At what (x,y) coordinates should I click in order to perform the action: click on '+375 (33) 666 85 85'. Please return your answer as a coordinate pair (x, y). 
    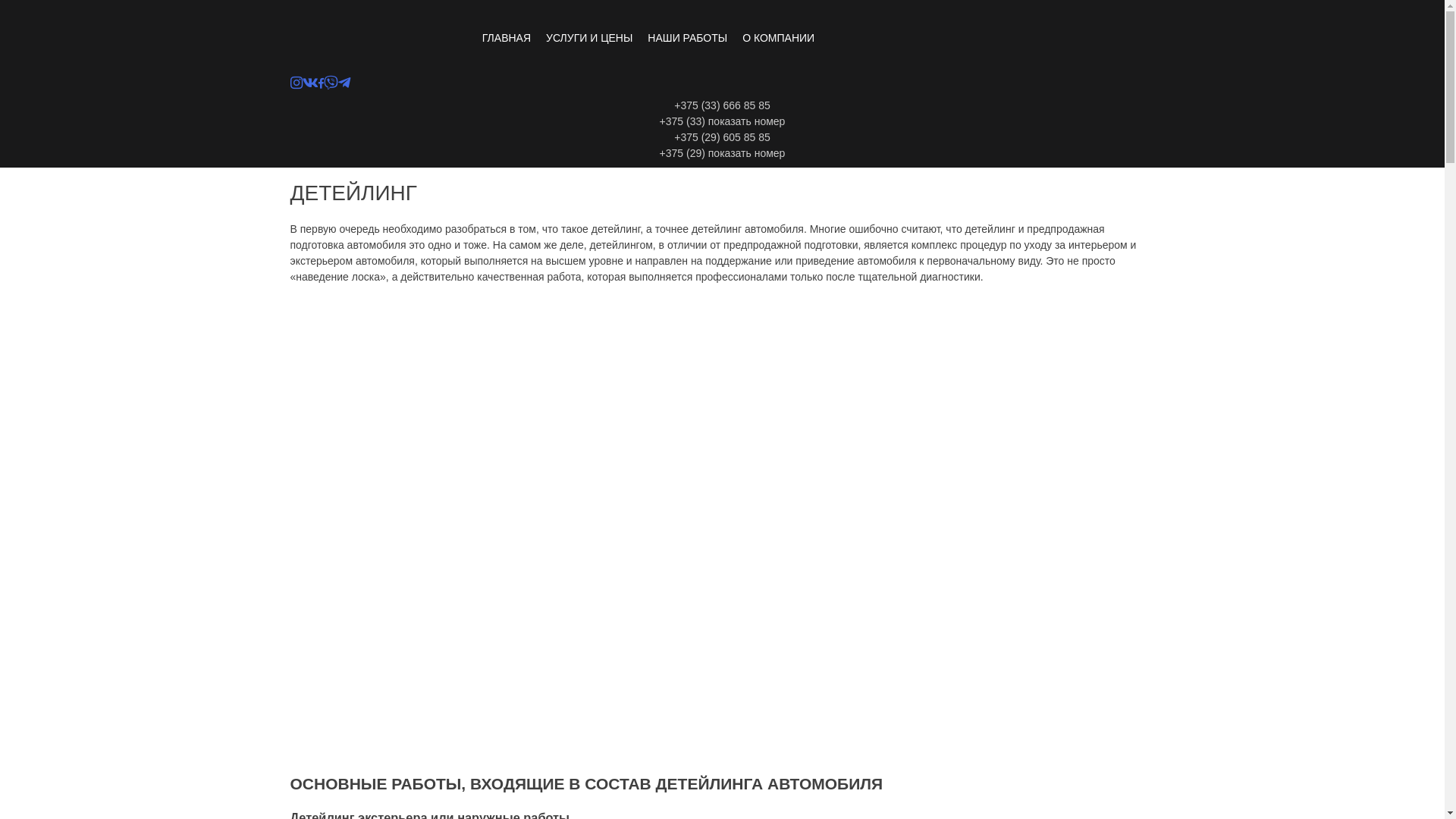
    Looking at the image, I should click on (721, 105).